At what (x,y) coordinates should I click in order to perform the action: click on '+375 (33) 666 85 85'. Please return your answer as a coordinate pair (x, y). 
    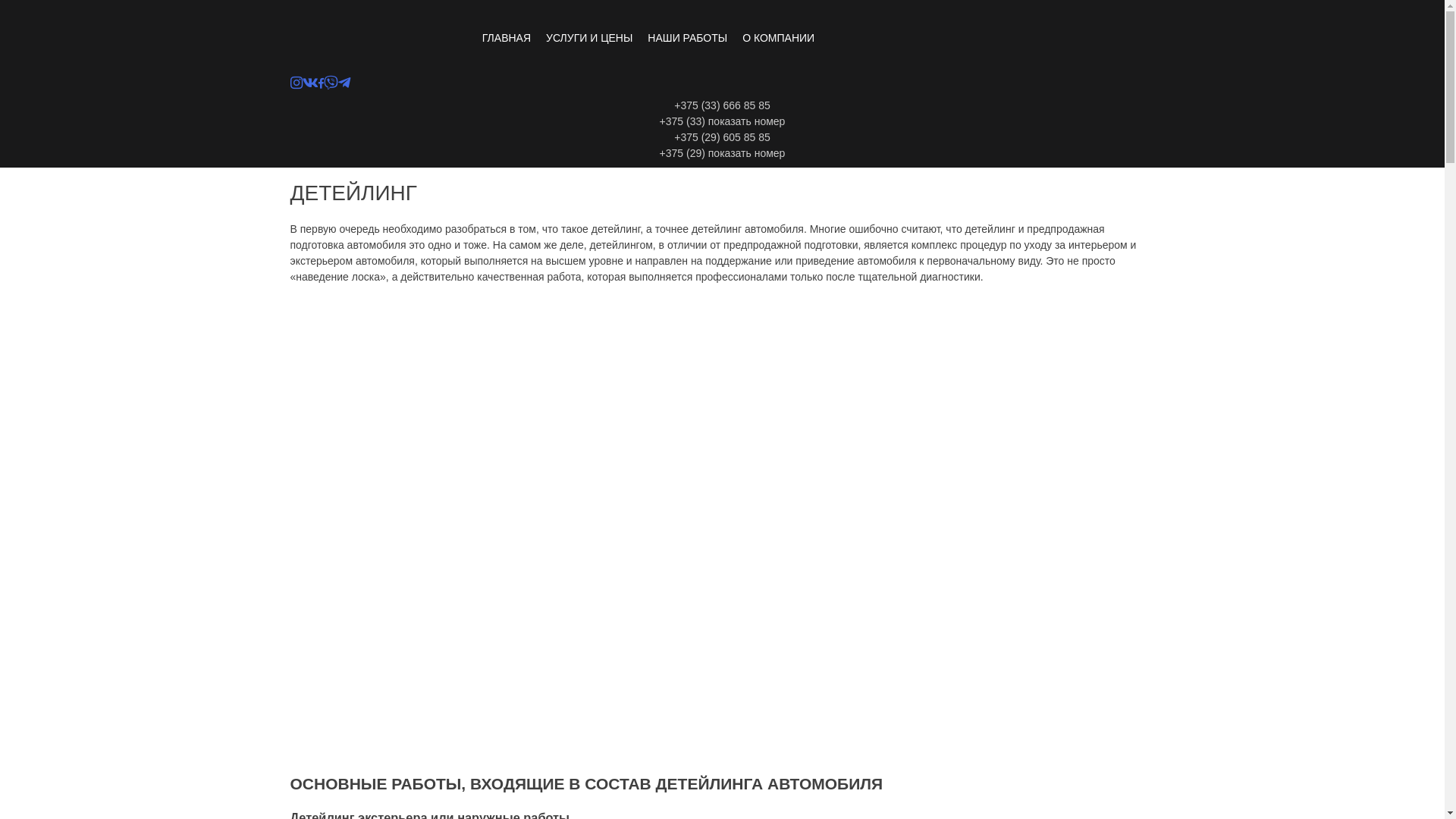
    Looking at the image, I should click on (721, 105).